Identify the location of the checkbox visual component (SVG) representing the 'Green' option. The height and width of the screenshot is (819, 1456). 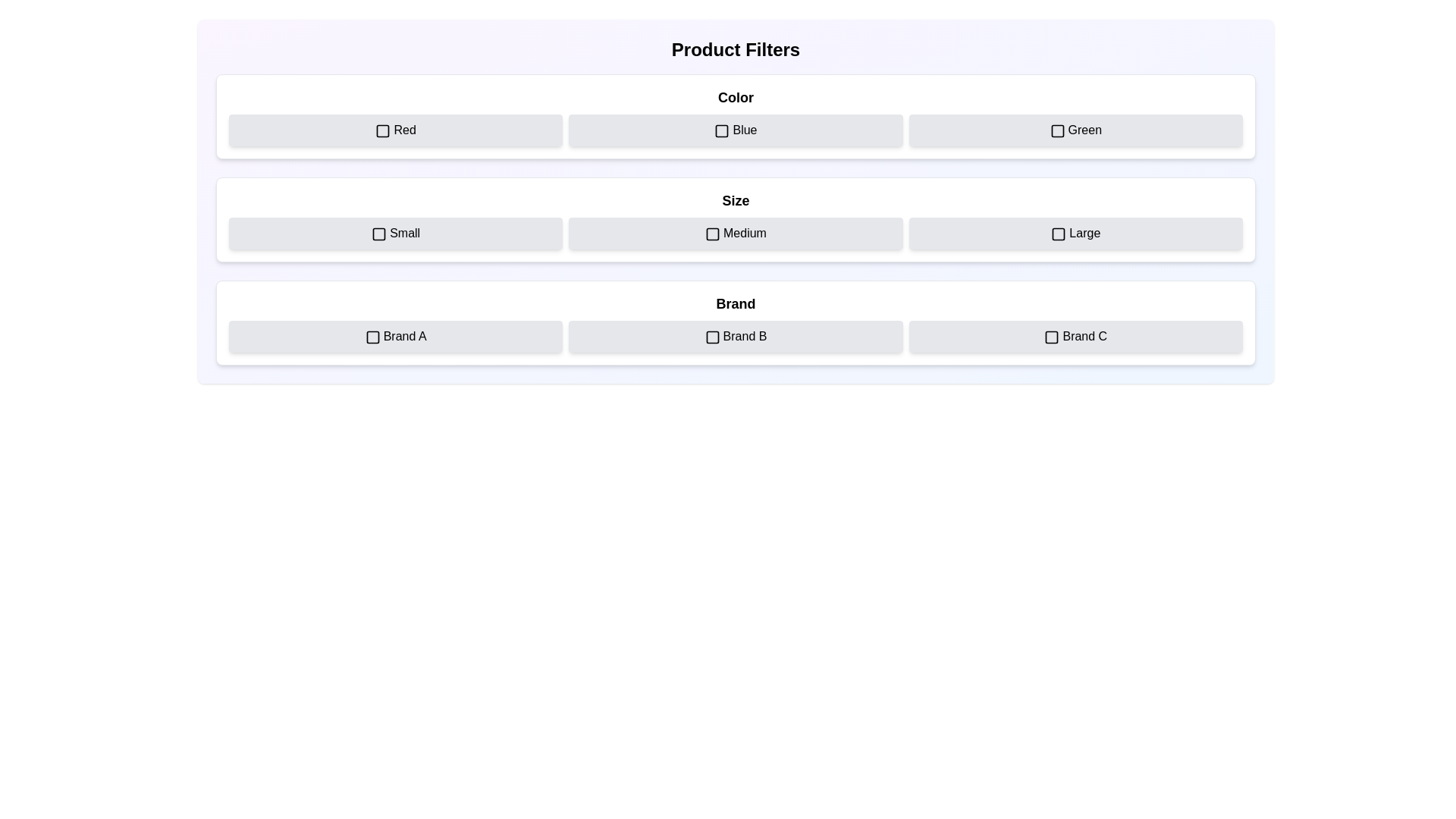
(1056, 130).